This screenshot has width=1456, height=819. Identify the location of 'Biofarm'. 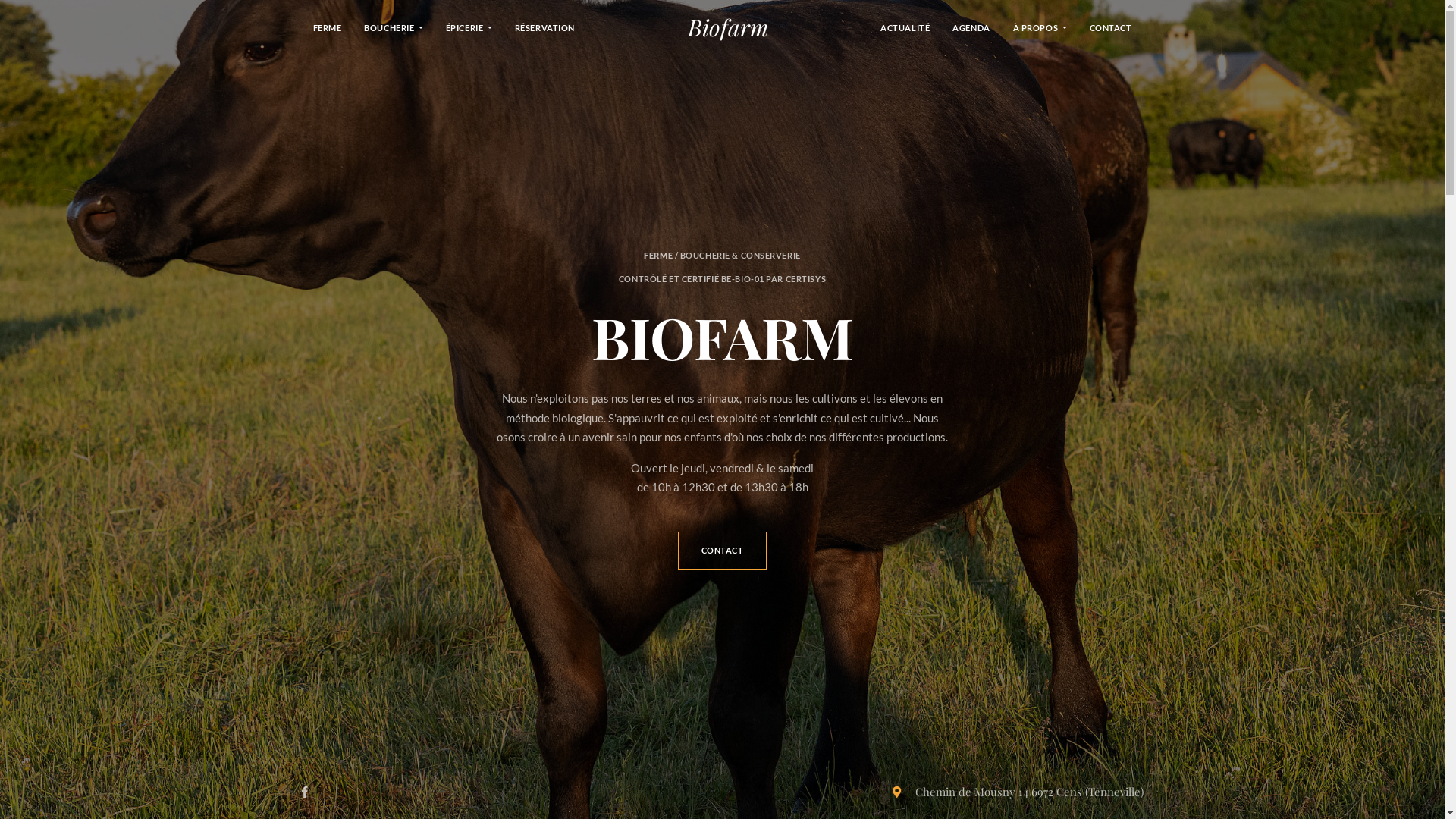
(728, 27).